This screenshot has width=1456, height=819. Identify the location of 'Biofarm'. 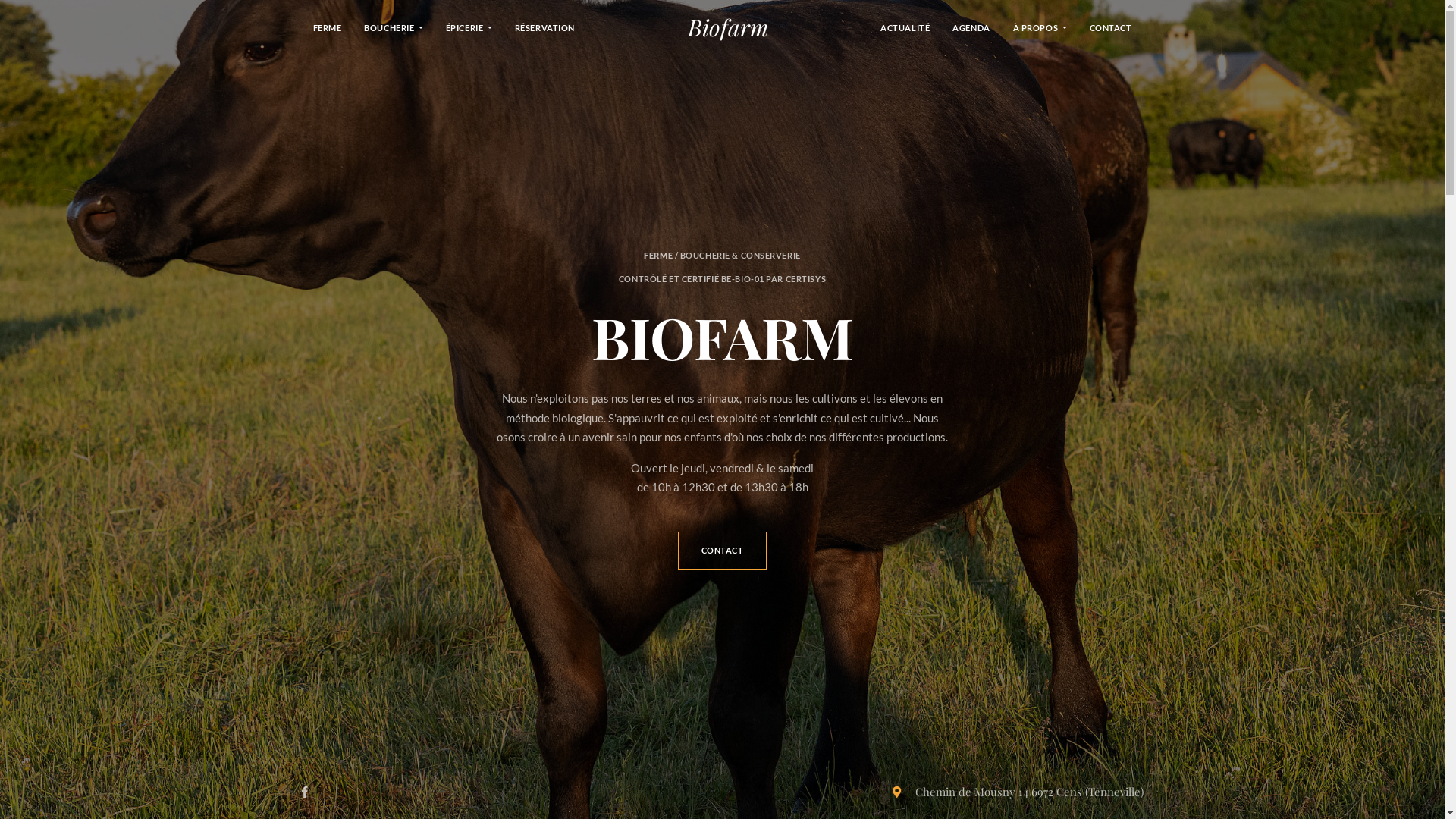
(728, 27).